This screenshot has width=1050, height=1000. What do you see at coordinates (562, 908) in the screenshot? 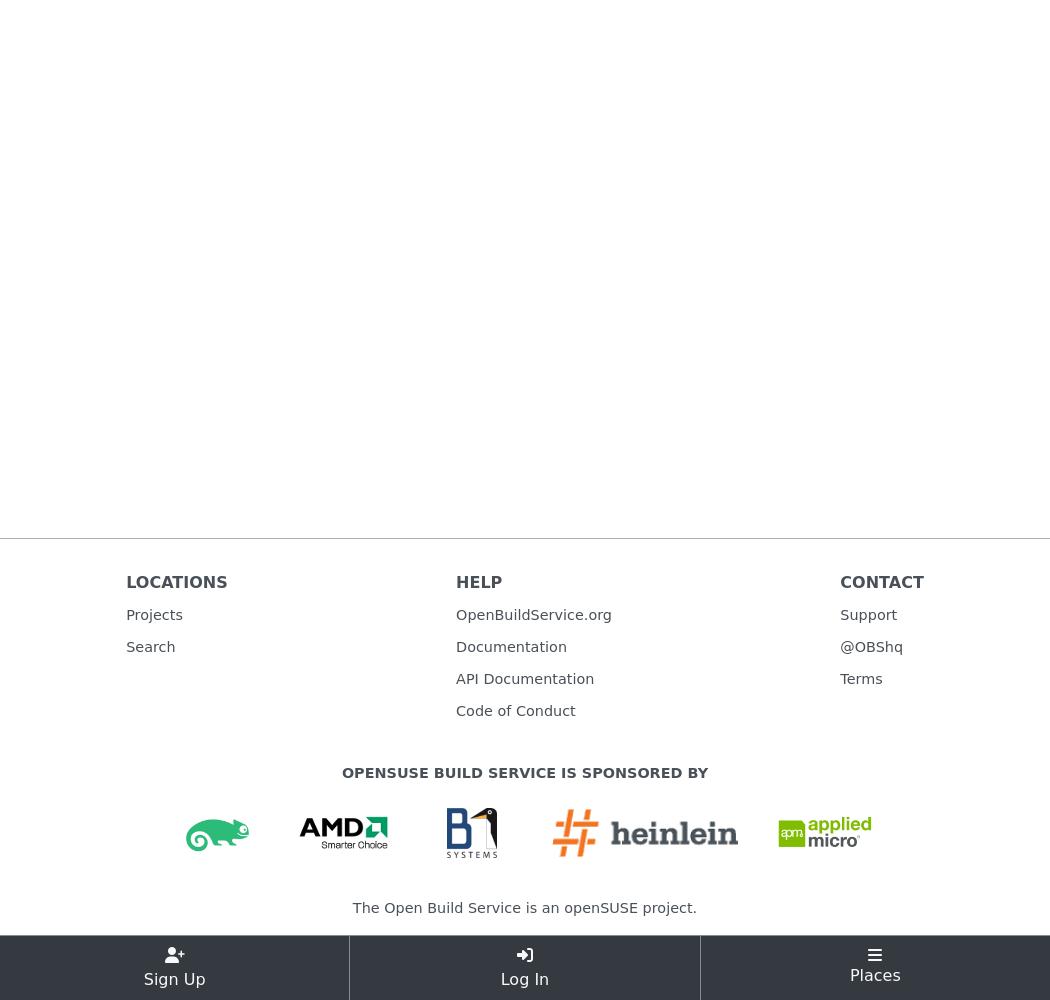
I see `'openSUSE project'` at bounding box center [562, 908].